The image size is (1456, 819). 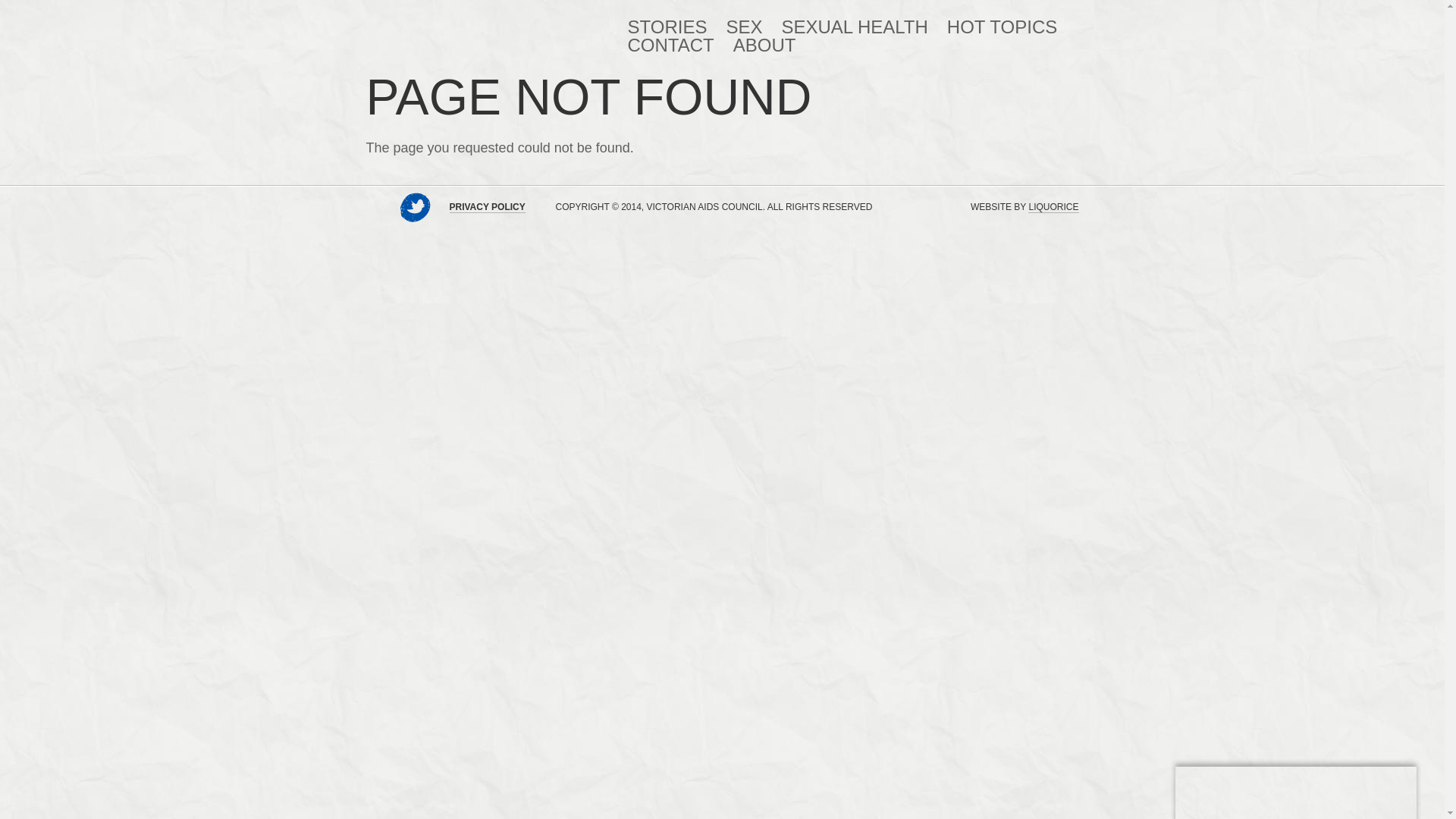 I want to click on 'CONTACT', so click(x=628, y=45).